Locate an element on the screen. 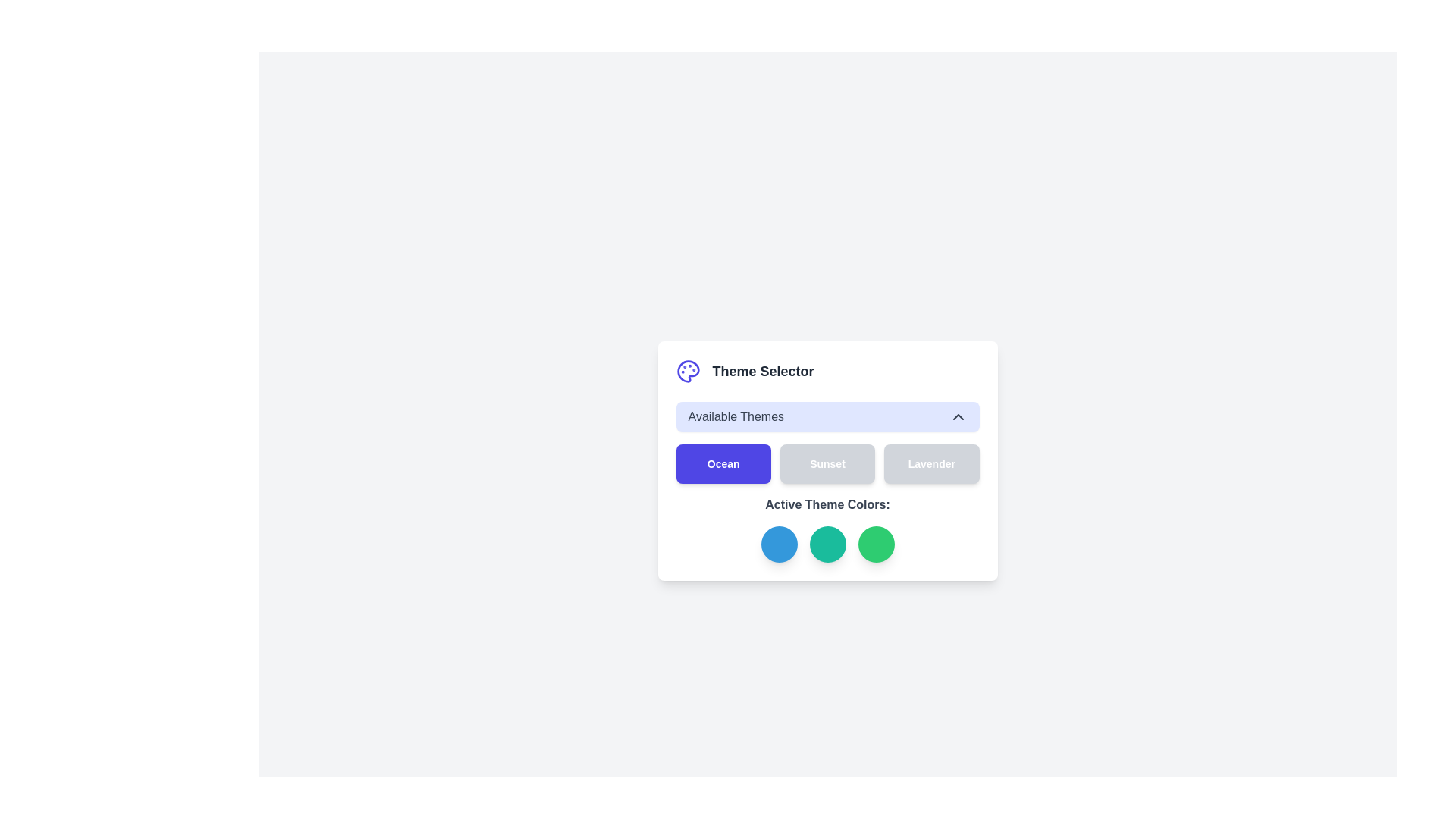 The width and height of the screenshot is (1456, 819). the 'Lavender' button, which is the rightmost button in the 'Available Themes' section is located at coordinates (930, 463).